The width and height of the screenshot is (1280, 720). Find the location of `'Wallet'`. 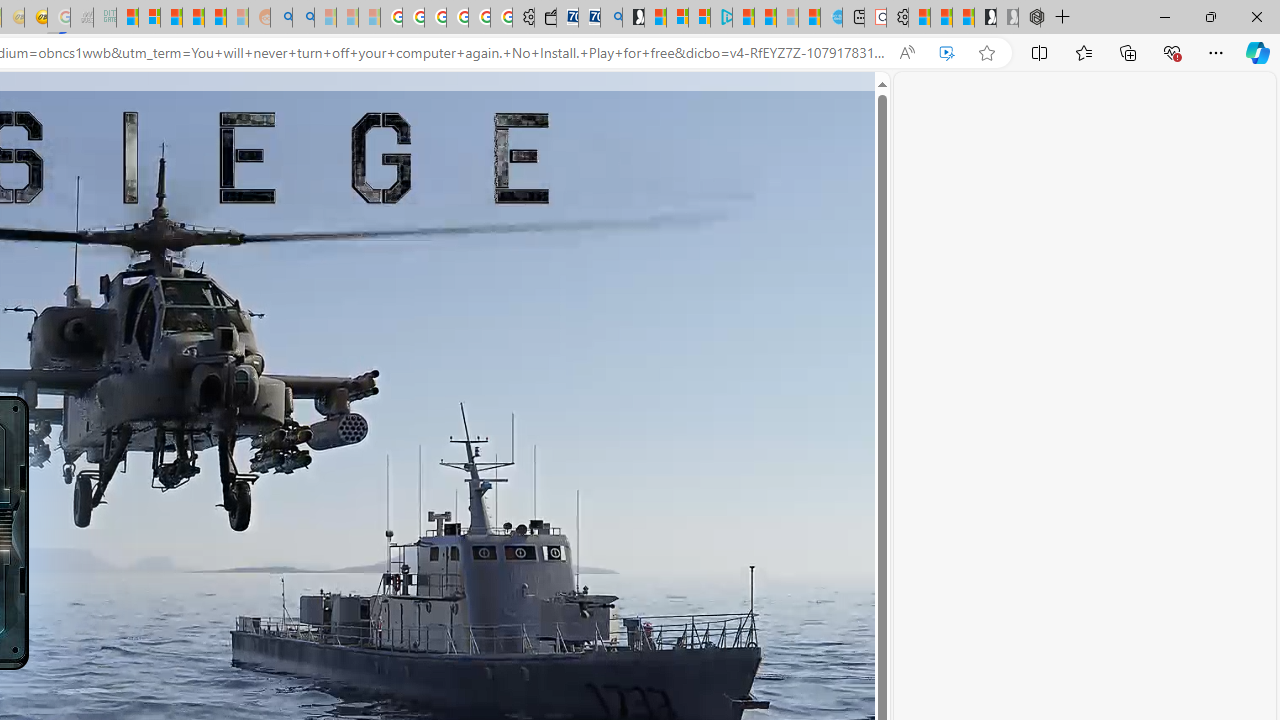

'Wallet' is located at coordinates (545, 17).